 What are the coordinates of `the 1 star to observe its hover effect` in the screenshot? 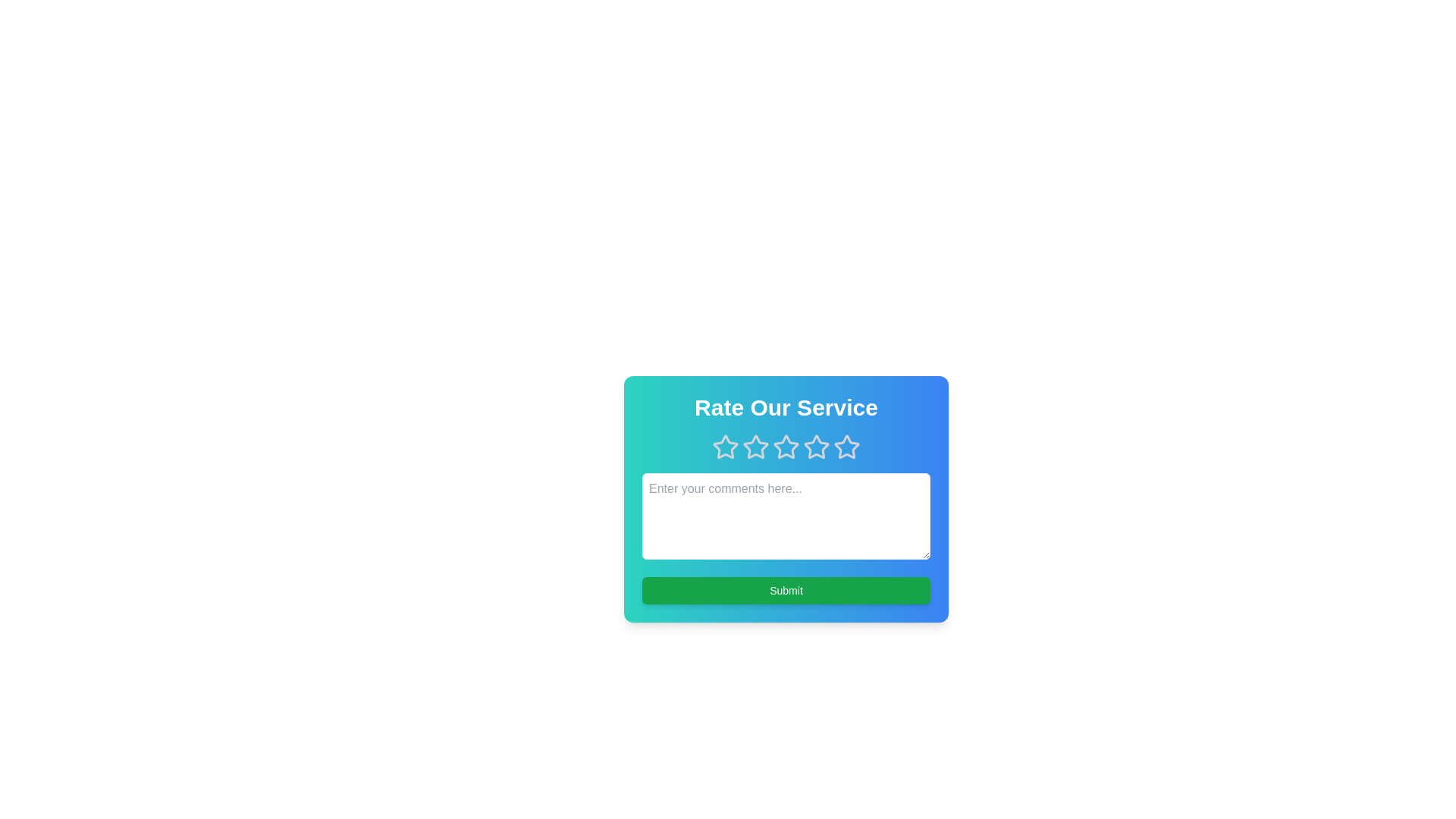 It's located at (724, 447).